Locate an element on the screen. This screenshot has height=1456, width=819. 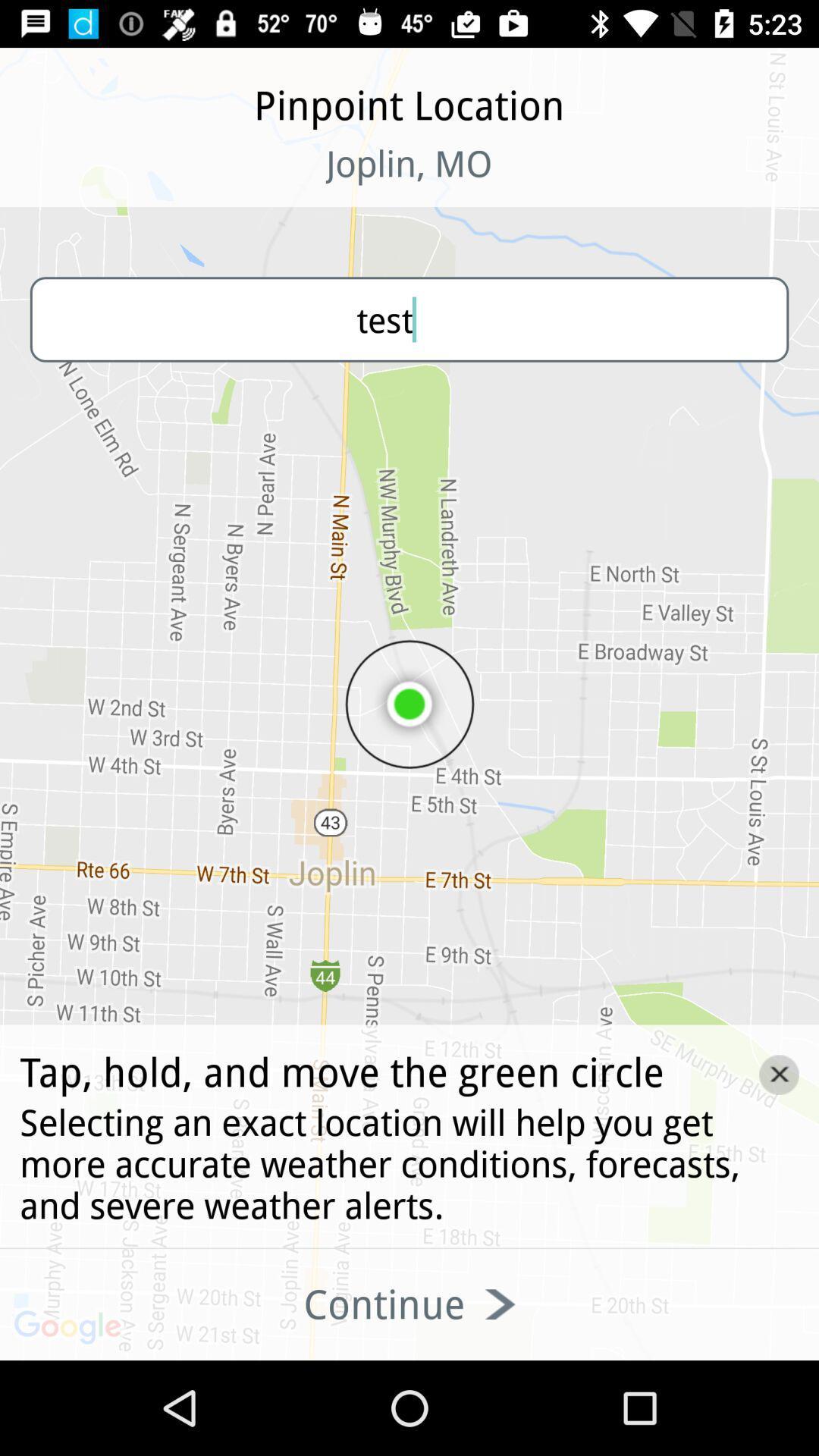
the close icon is located at coordinates (779, 1074).